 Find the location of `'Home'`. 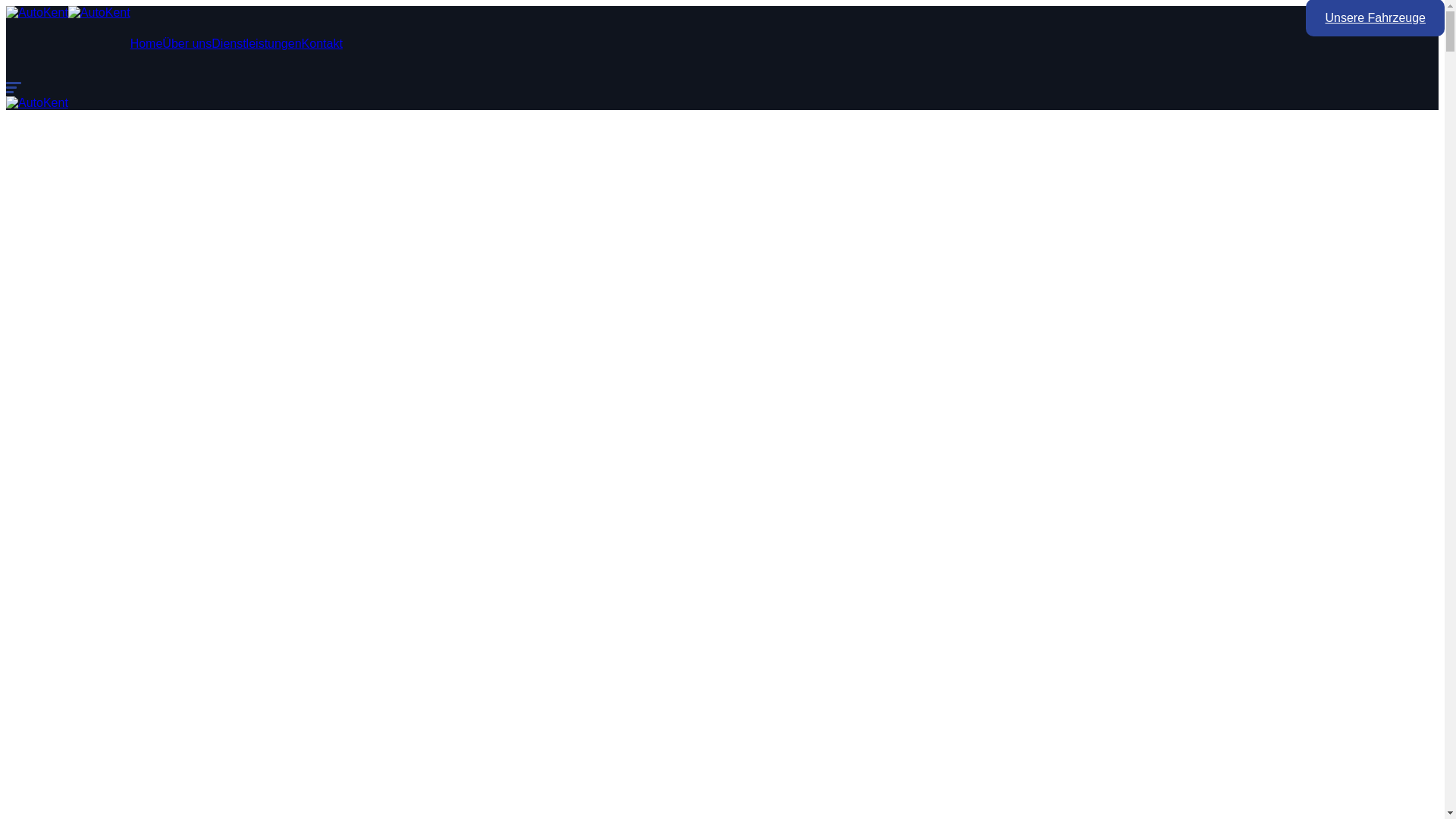

'Home' is located at coordinates (146, 42).